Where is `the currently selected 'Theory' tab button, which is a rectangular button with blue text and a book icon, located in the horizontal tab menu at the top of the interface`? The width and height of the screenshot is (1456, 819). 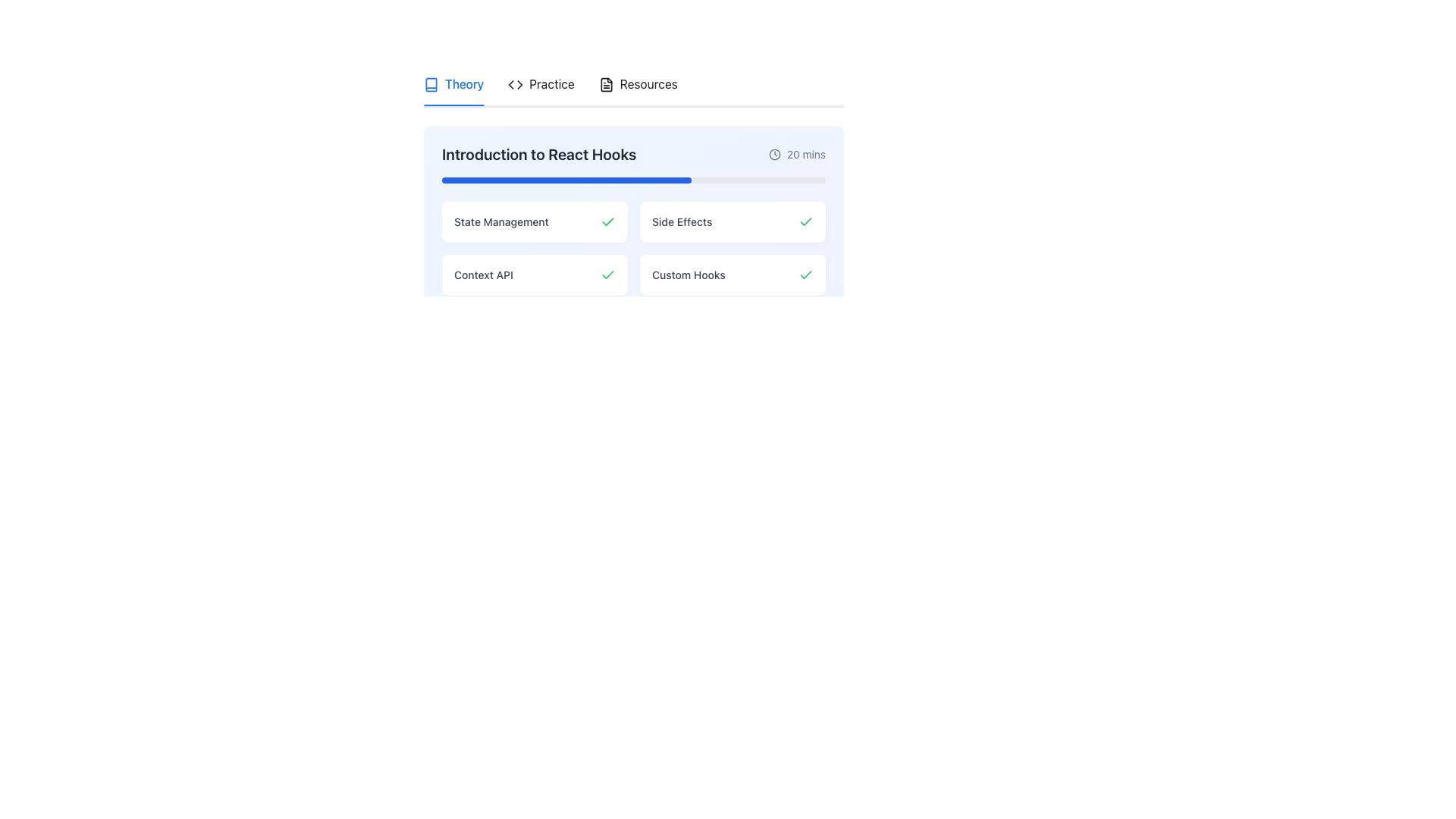 the currently selected 'Theory' tab button, which is a rectangular button with blue text and a book icon, located in the horizontal tab menu at the top of the interface is located at coordinates (453, 84).